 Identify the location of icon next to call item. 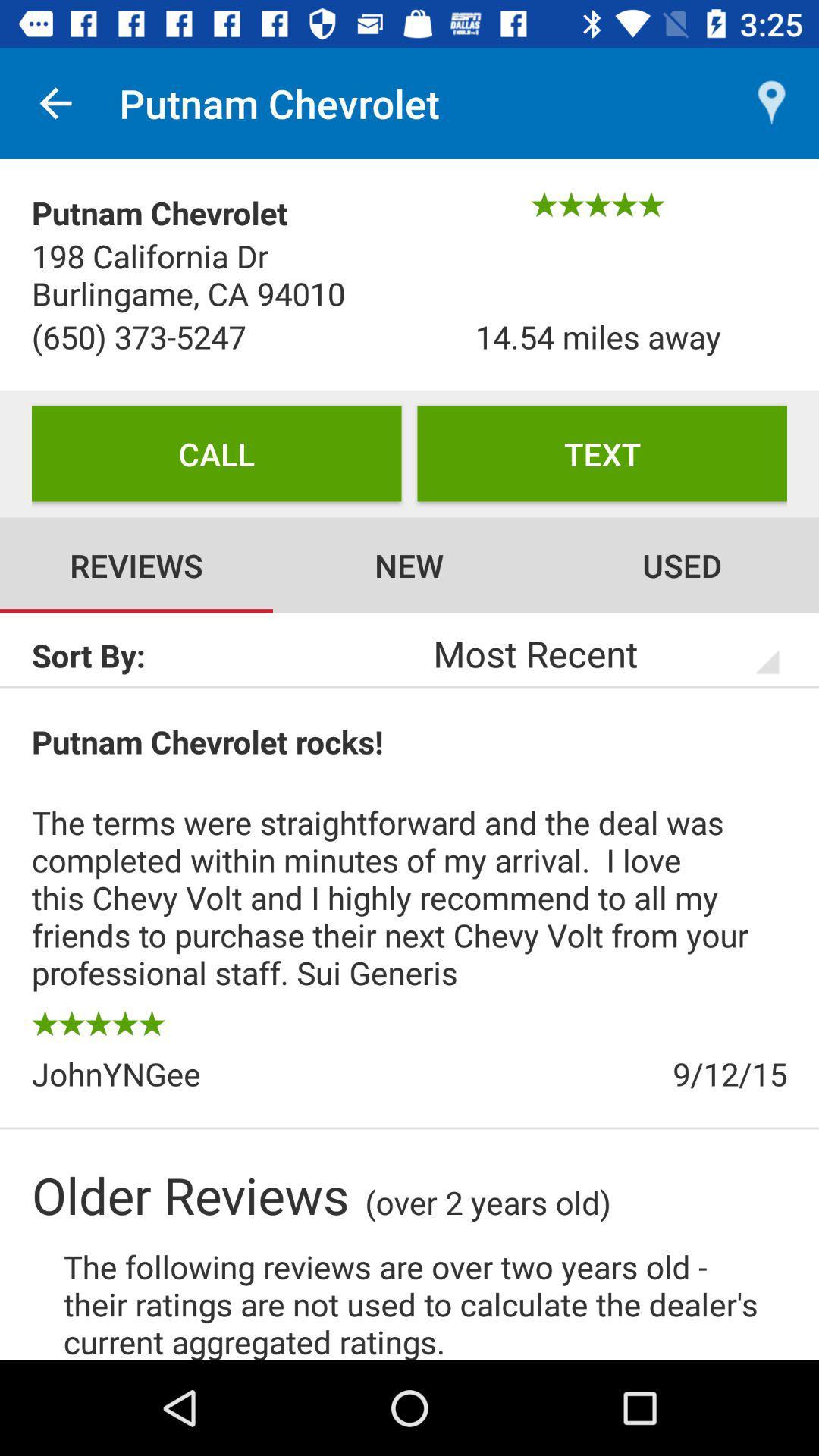
(601, 453).